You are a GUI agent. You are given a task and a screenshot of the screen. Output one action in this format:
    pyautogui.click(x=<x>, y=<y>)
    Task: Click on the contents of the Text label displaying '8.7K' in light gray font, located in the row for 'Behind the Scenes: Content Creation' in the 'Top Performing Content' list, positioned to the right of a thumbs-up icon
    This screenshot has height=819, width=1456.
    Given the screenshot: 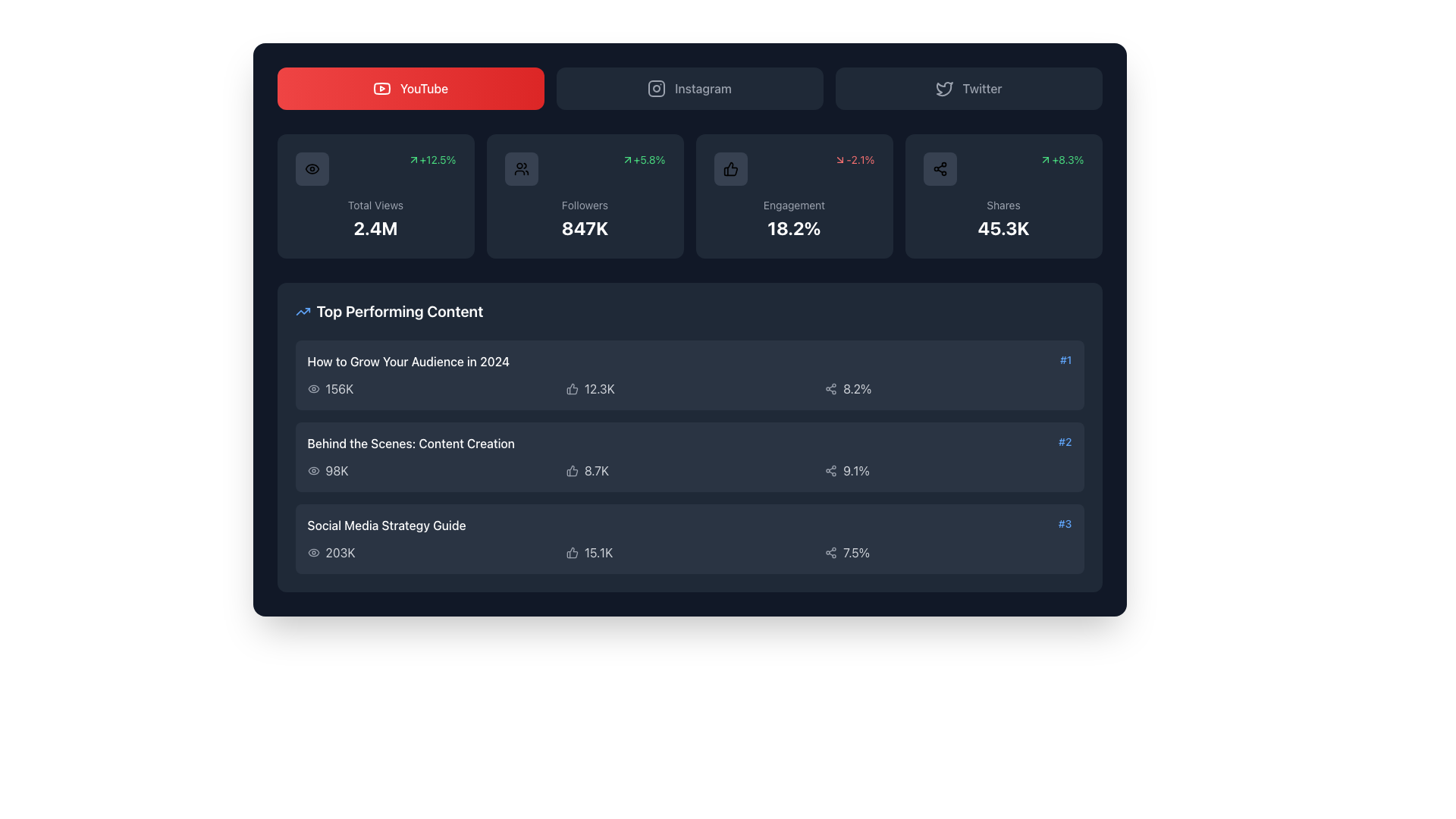 What is the action you would take?
    pyautogui.click(x=596, y=470)
    